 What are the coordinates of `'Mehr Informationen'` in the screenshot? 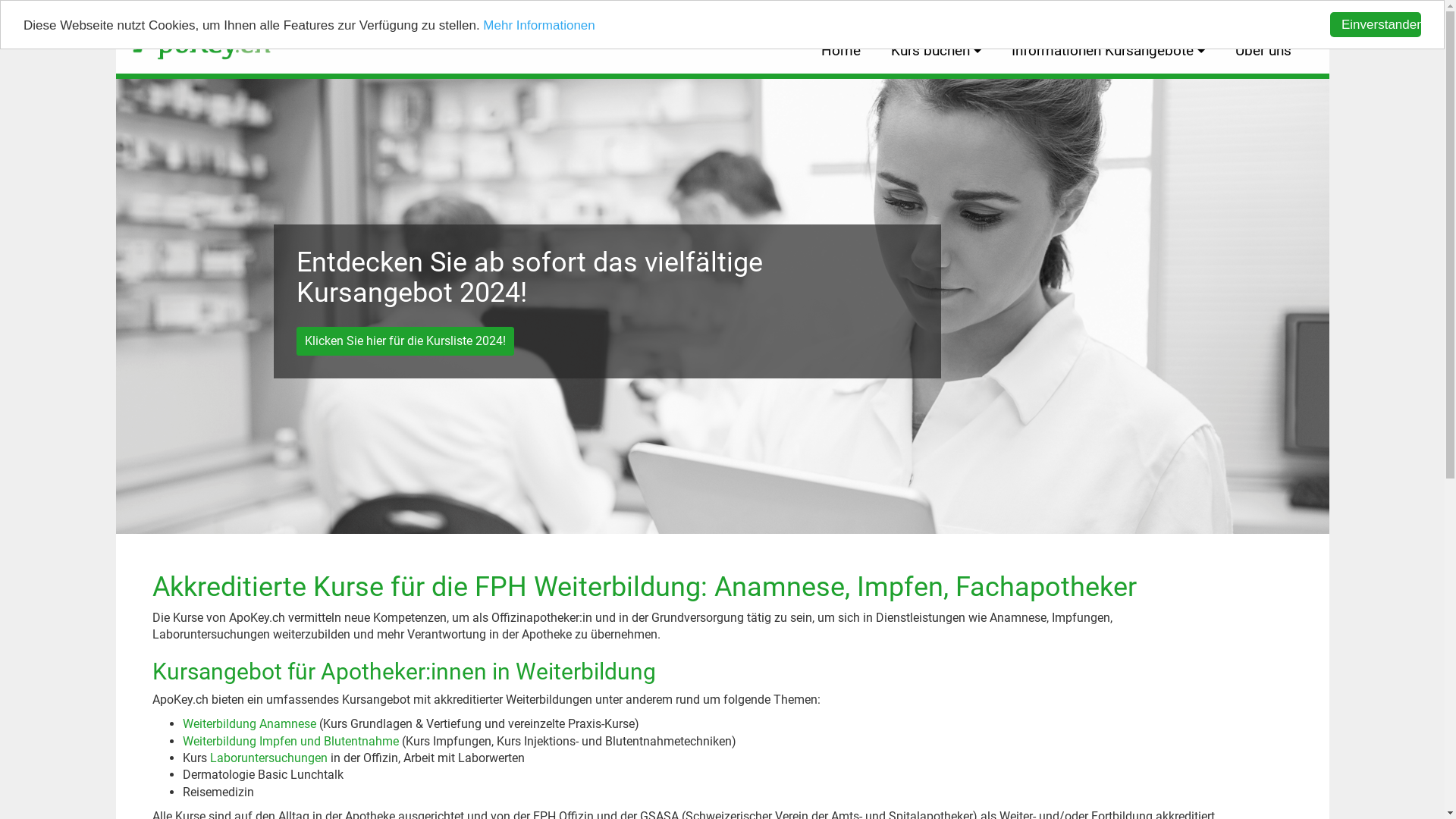 It's located at (538, 25).